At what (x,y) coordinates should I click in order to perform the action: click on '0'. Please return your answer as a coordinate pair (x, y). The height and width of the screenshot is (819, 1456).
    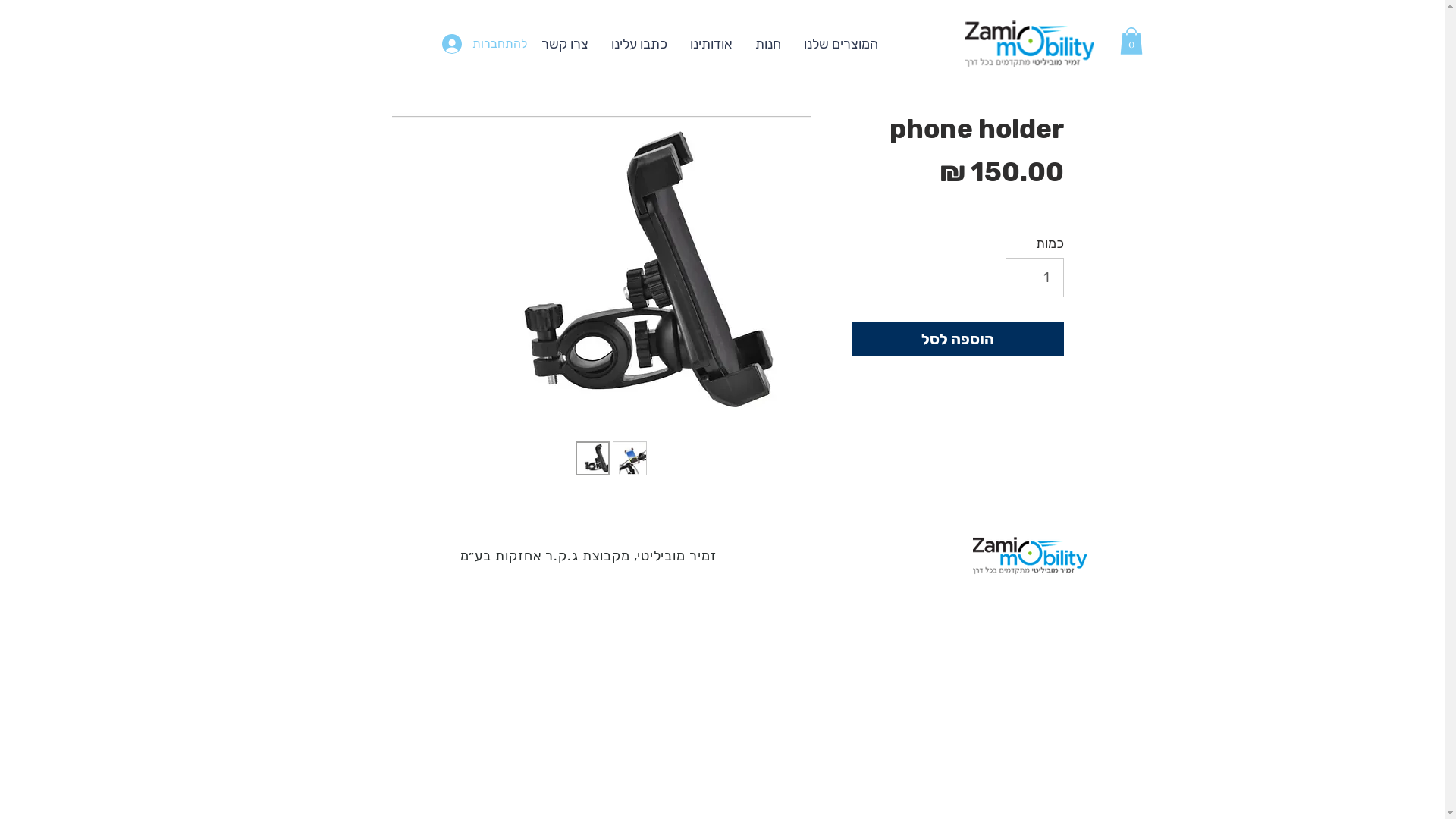
    Looking at the image, I should click on (1119, 40).